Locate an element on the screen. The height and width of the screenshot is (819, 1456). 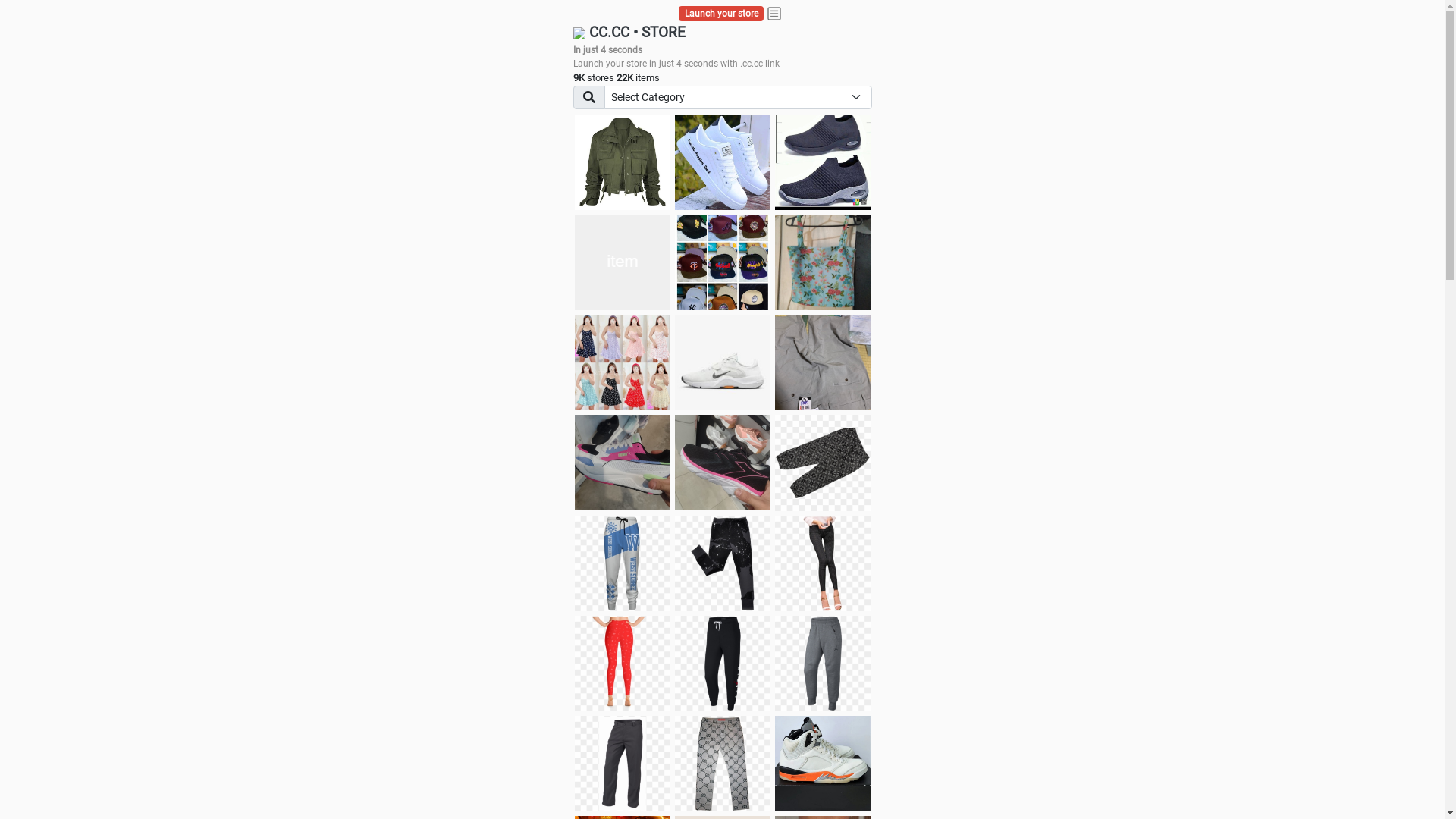
'Pant' is located at coordinates (673, 563).